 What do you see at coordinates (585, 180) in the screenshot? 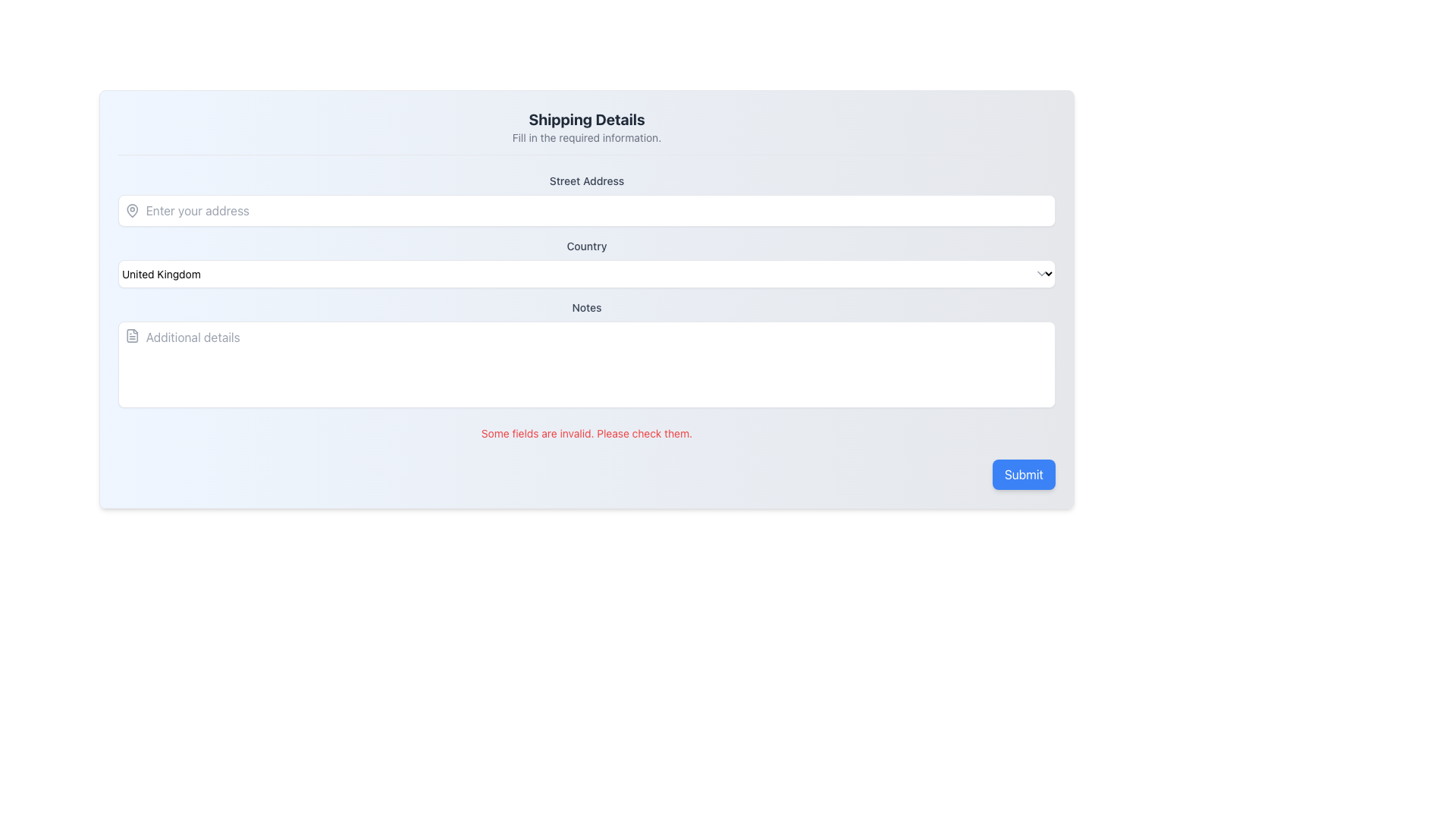
I see `the text label displaying 'Street Address', which is styled in a small, gray font and positioned above the input field with the placeholder 'Enter your address'` at bounding box center [585, 180].